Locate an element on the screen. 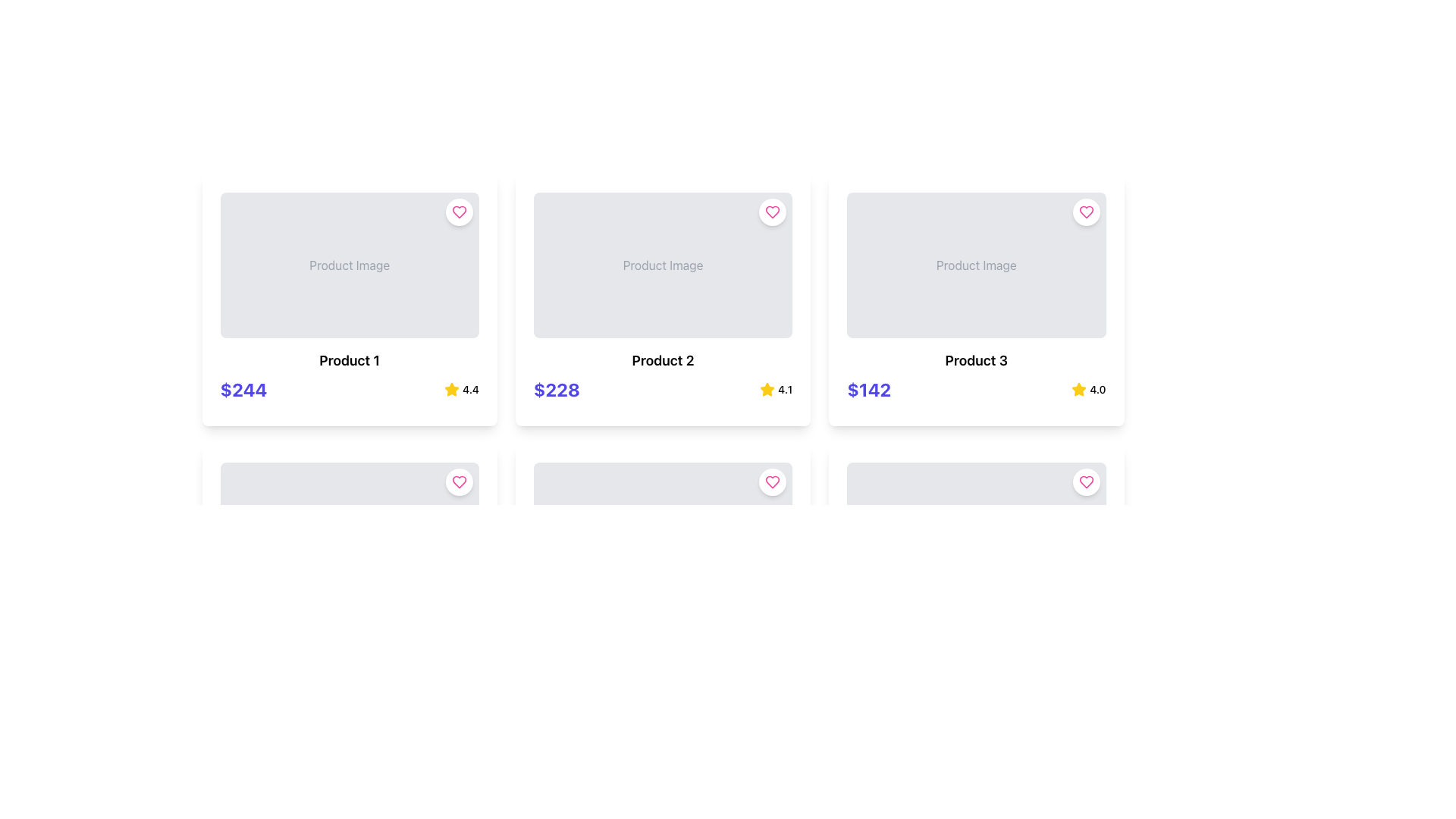 The image size is (1456, 819). the text label displaying '4.4', which is styled in a small, bold font and positioned next to a yellow star icon, indicating its function as a rating indicator is located at coordinates (469, 388).